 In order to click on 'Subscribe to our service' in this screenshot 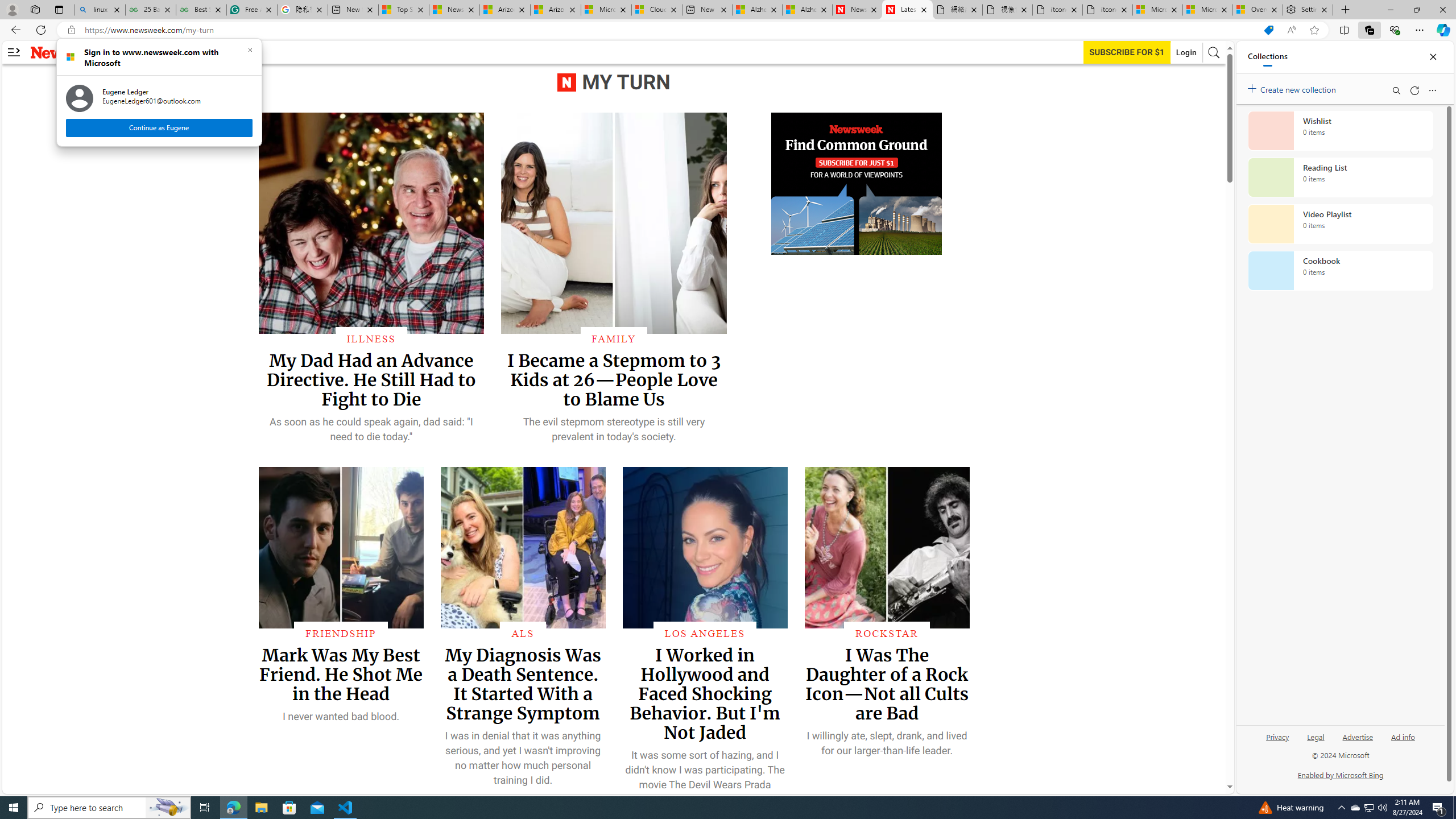, I will do `click(1127, 52)`.